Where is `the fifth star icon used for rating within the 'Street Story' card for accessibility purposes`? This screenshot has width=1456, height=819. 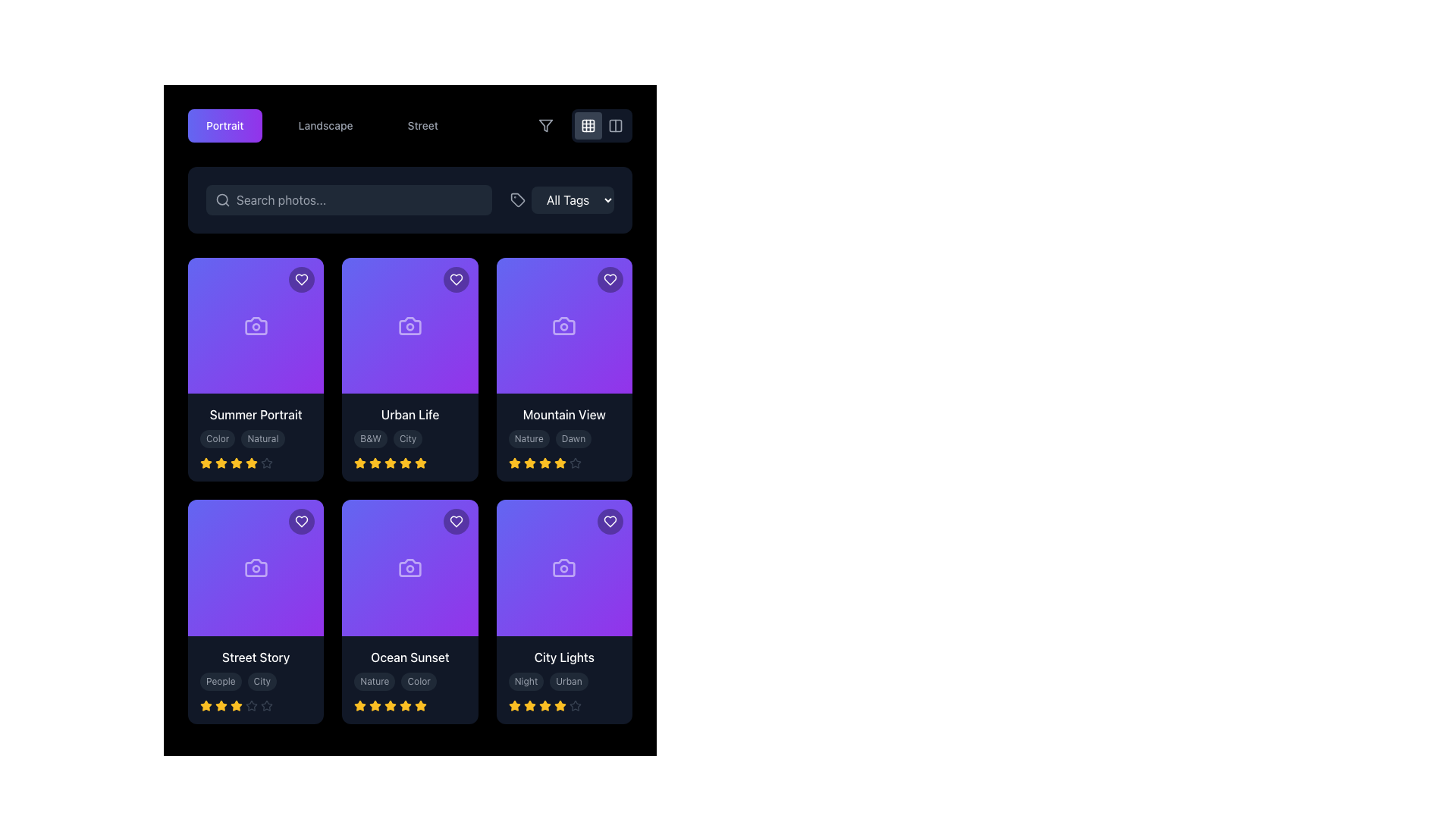
the fifth star icon used for rating within the 'Street Story' card for accessibility purposes is located at coordinates (251, 704).